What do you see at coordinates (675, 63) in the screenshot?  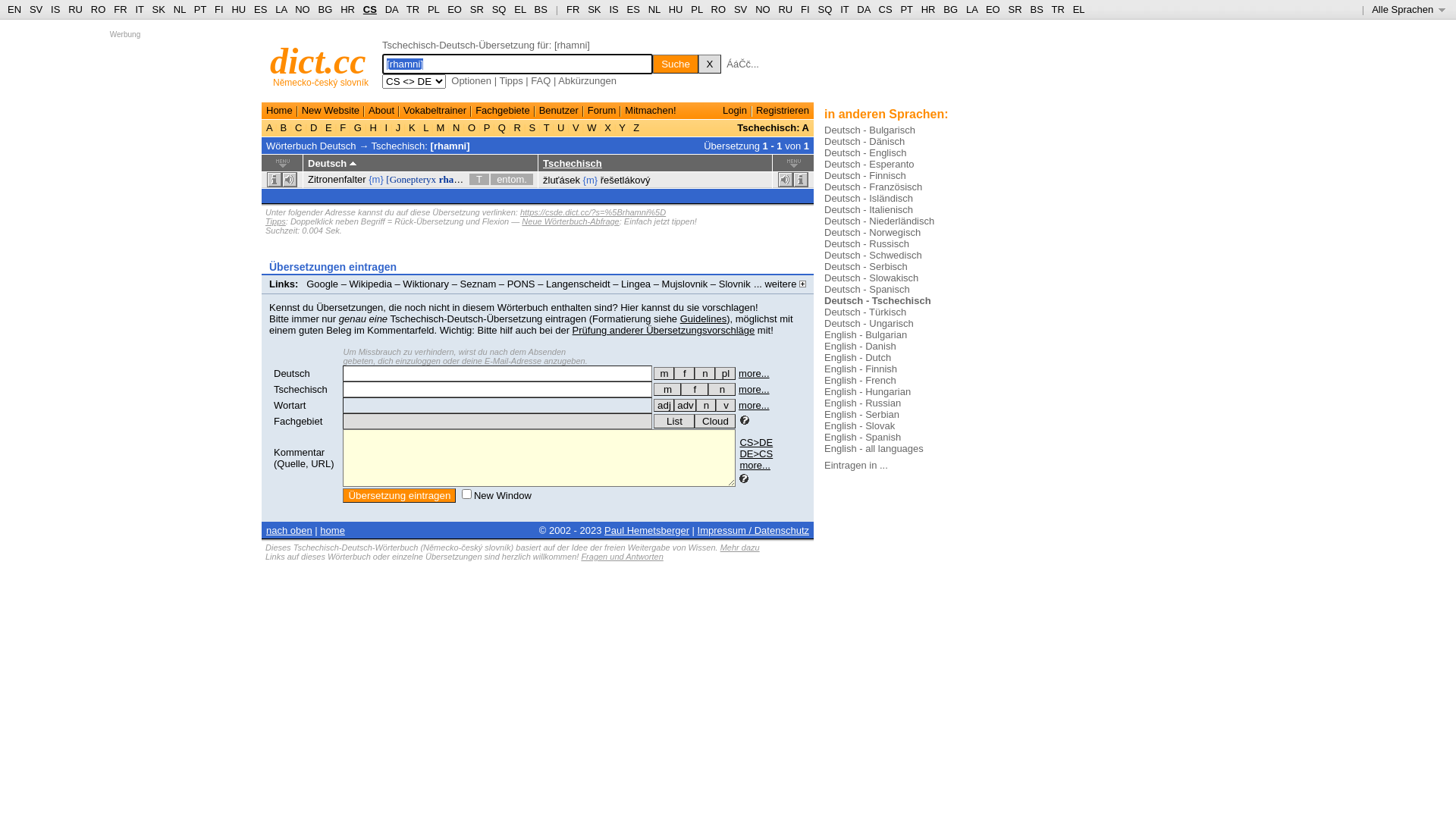 I see `'Suche'` at bounding box center [675, 63].